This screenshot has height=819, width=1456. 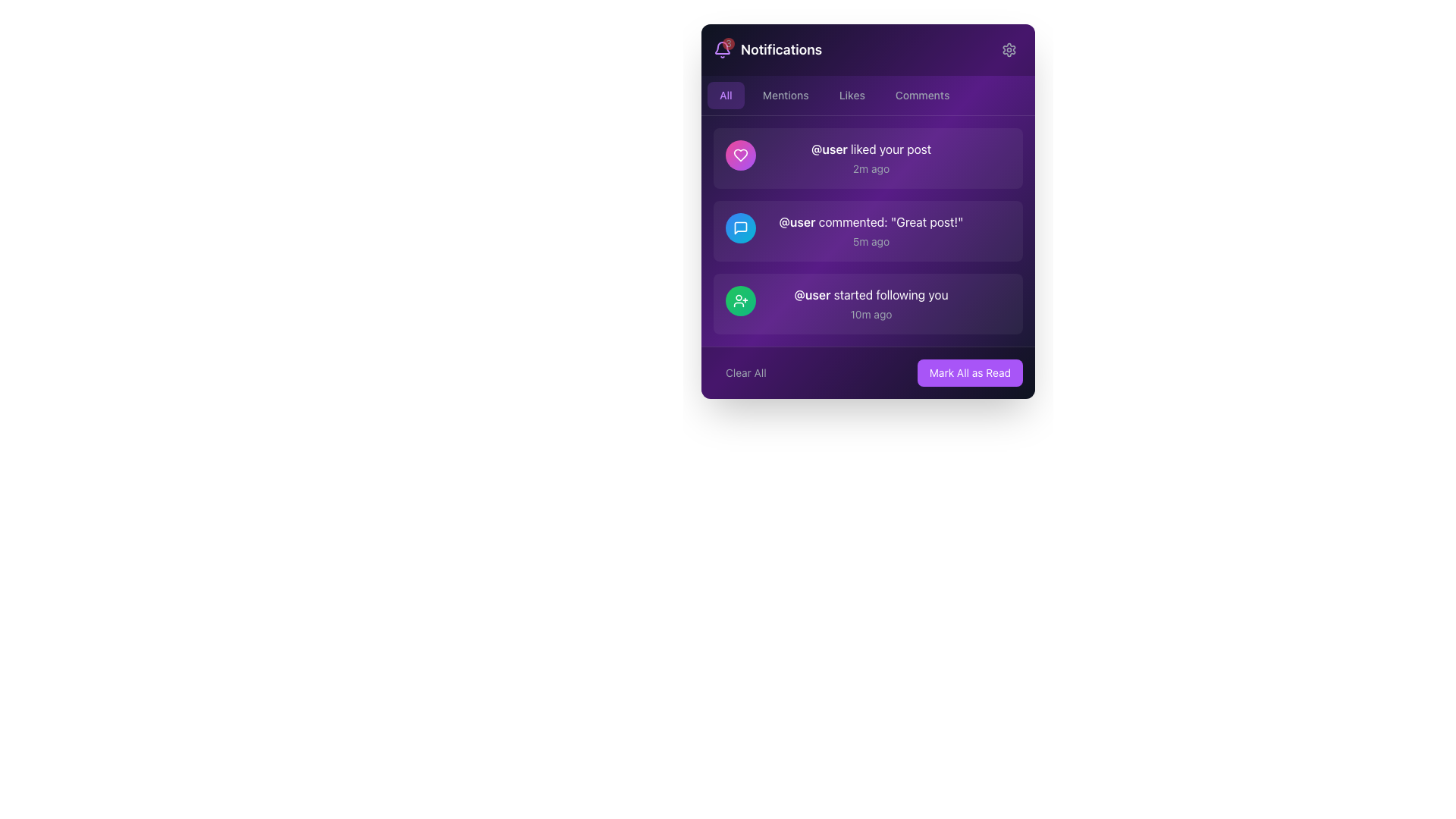 What do you see at coordinates (871, 295) in the screenshot?
I see `the notification message text label that informs the user about a new follower '@user', located in the lower part of the notification card` at bounding box center [871, 295].